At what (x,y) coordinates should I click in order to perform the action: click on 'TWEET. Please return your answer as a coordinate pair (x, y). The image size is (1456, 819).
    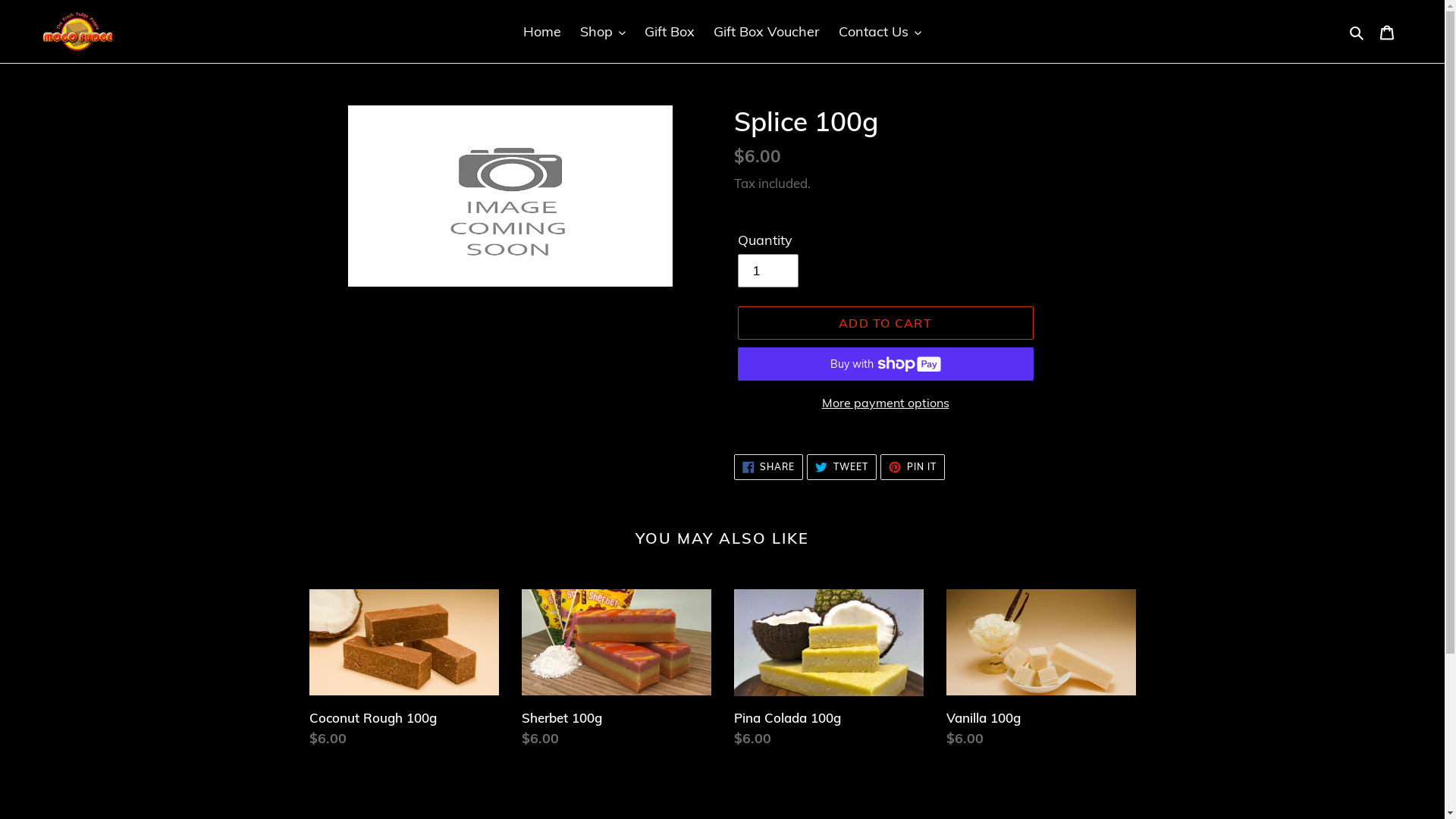
    Looking at the image, I should click on (840, 466).